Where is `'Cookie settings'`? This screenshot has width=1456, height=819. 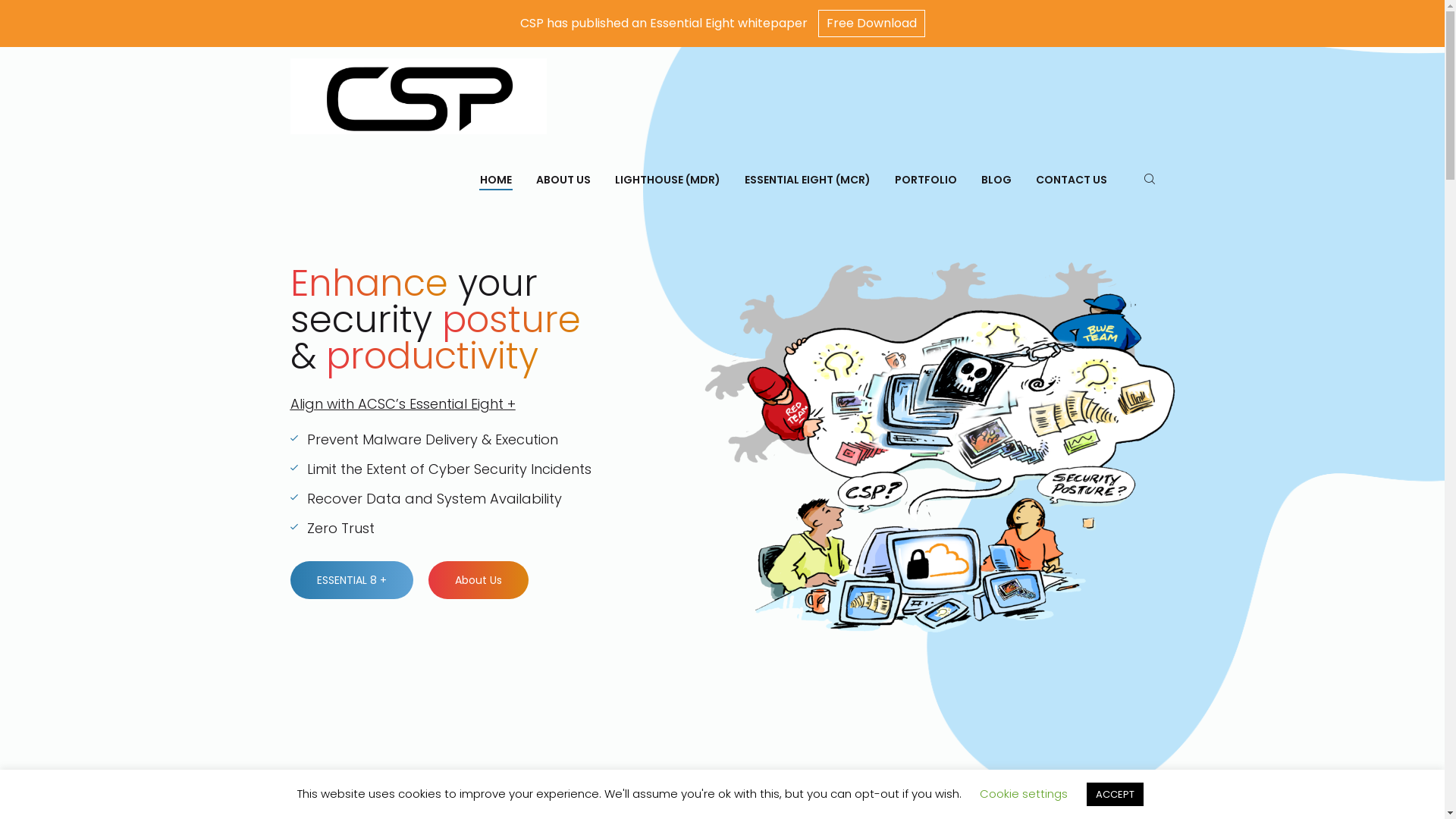 'Cookie settings' is located at coordinates (979, 792).